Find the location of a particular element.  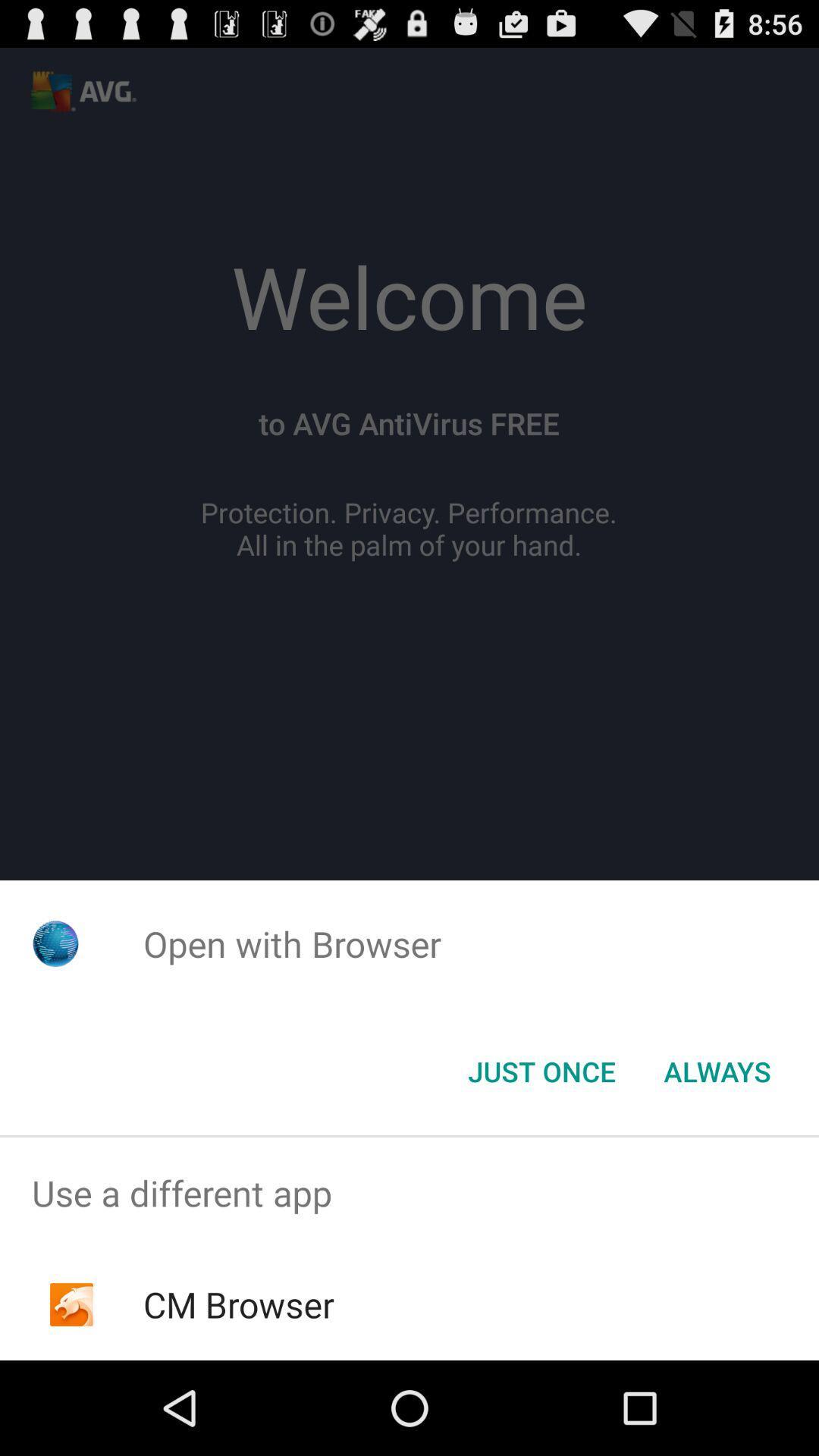

use a different item is located at coordinates (409, 1192).